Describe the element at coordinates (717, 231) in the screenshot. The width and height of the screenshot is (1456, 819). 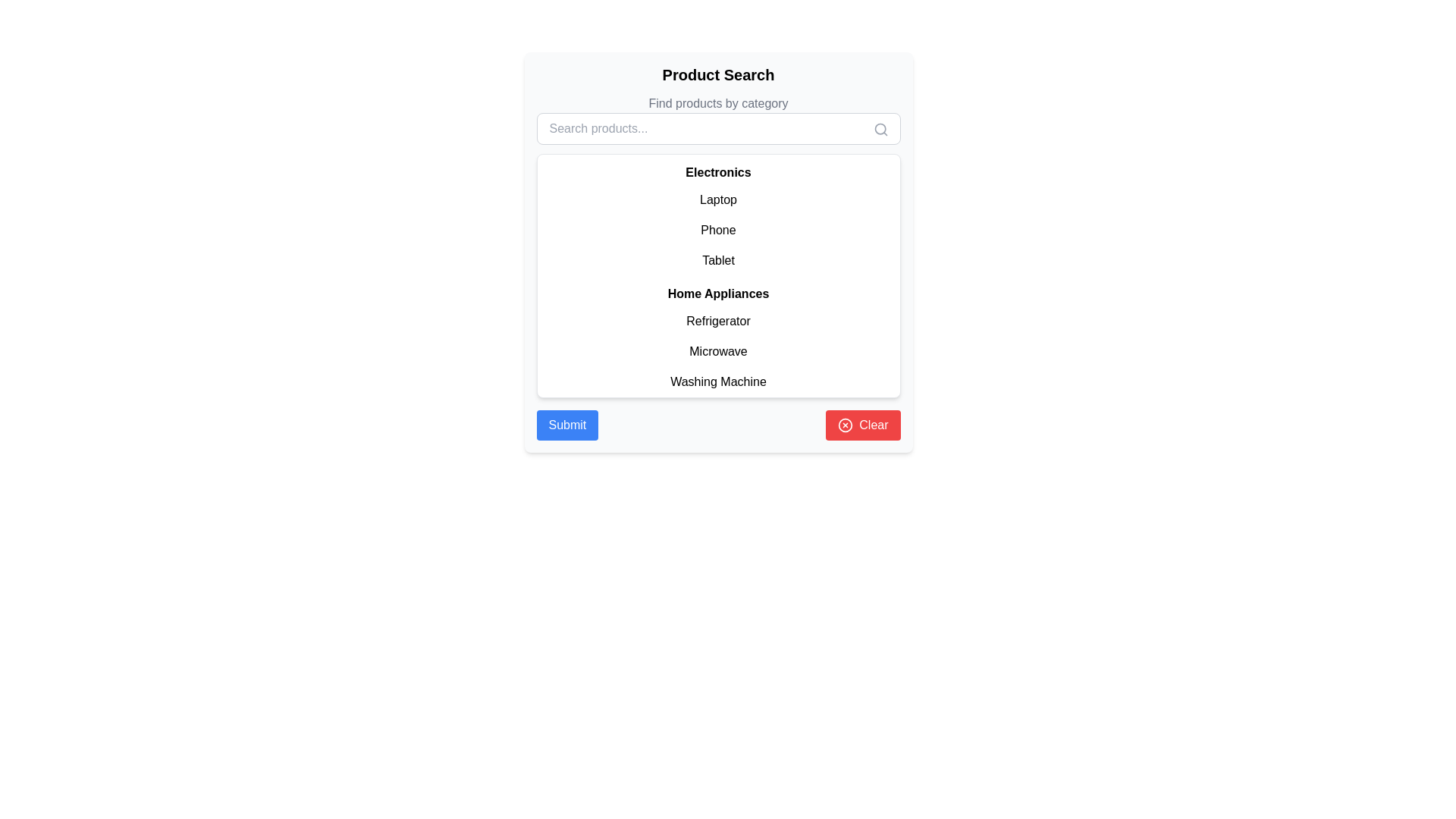
I see `the 'Phone' text label in the Electronics category list` at that location.